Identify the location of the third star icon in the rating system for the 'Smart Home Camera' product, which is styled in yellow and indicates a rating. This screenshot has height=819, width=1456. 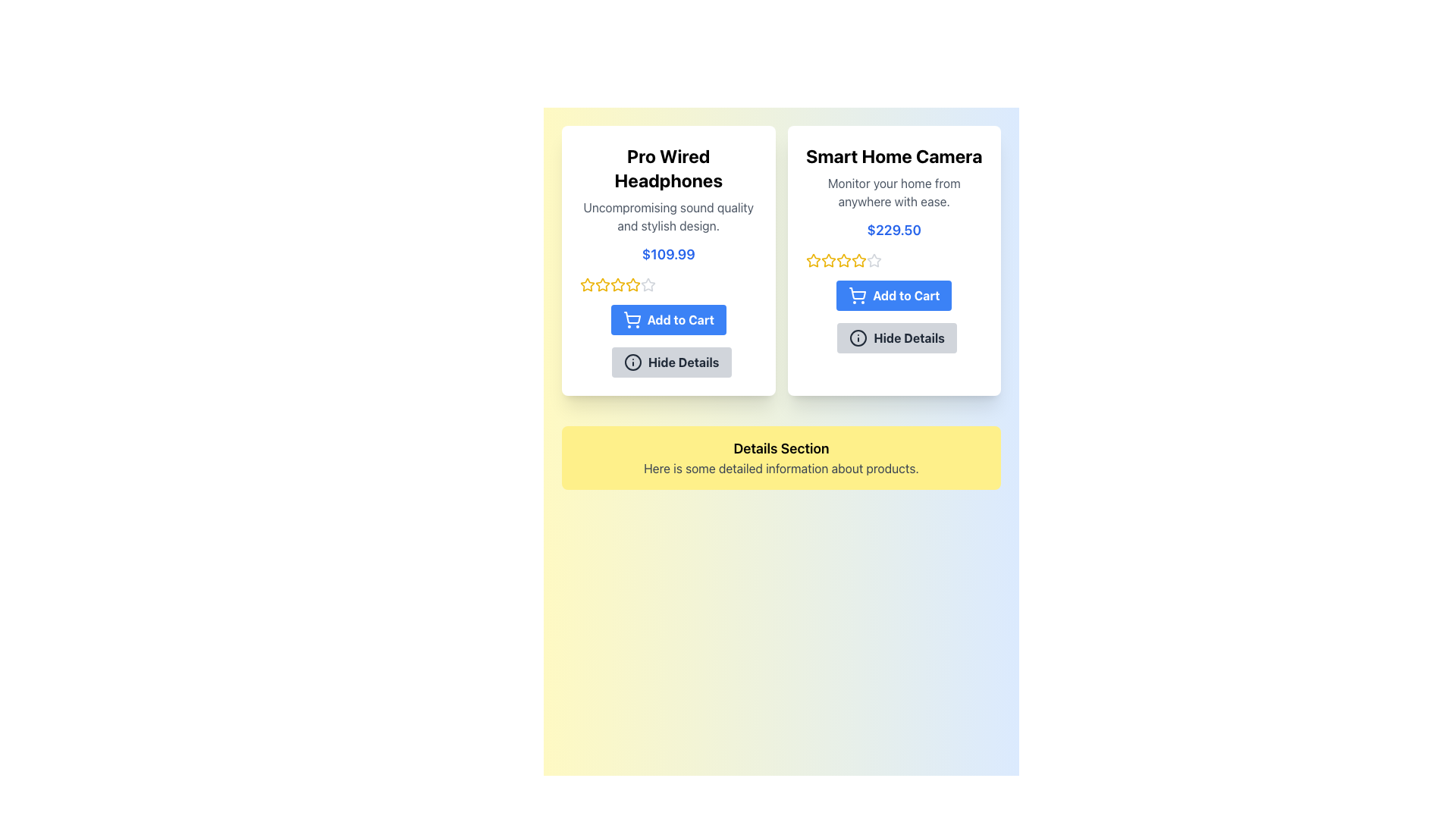
(858, 259).